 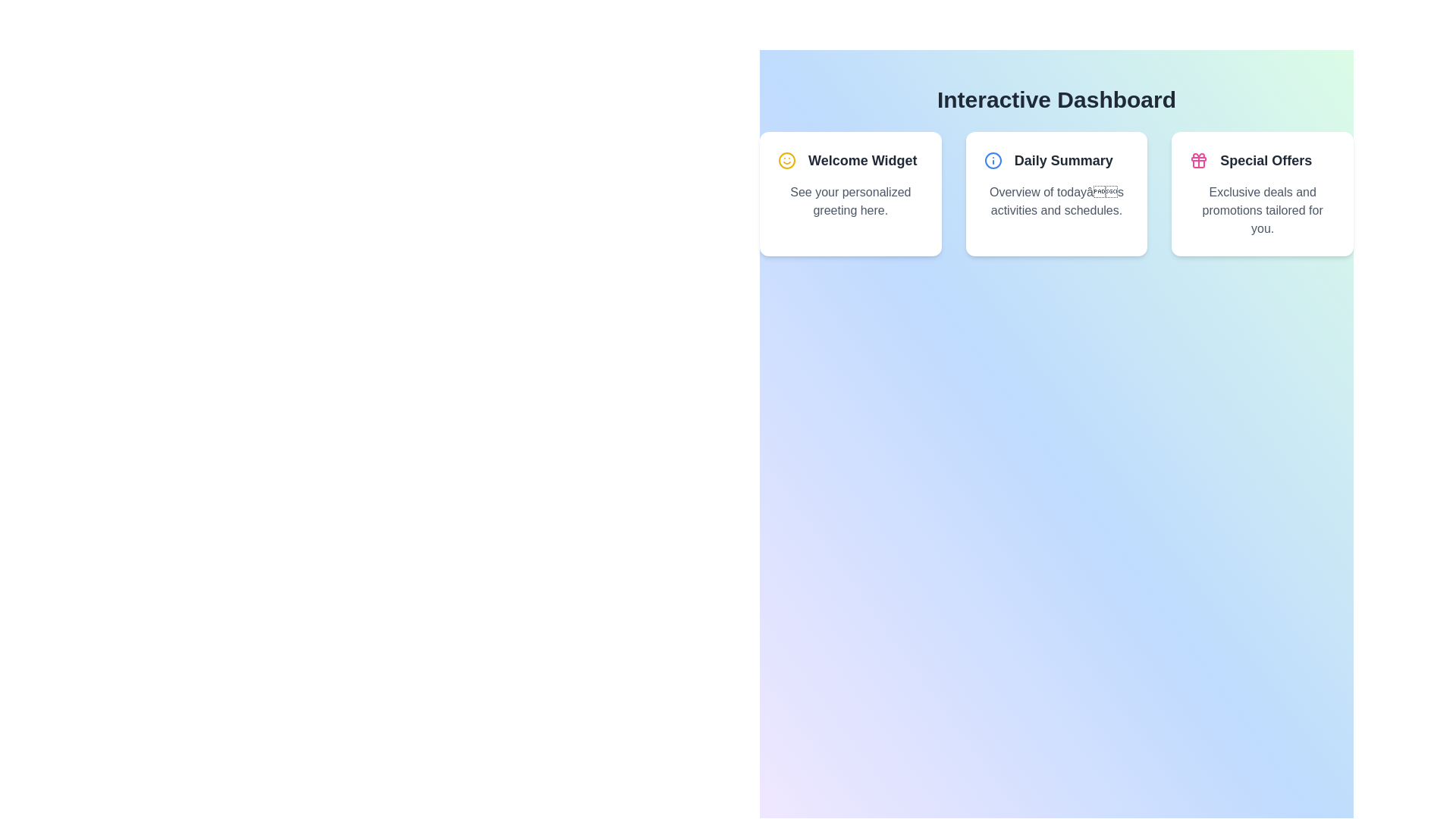 I want to click on the main circular outline of the smiley face icon in the 'Welcome Widget' card, which is the first visual component in the header row of content cards on the dashboard, so click(x=786, y=161).